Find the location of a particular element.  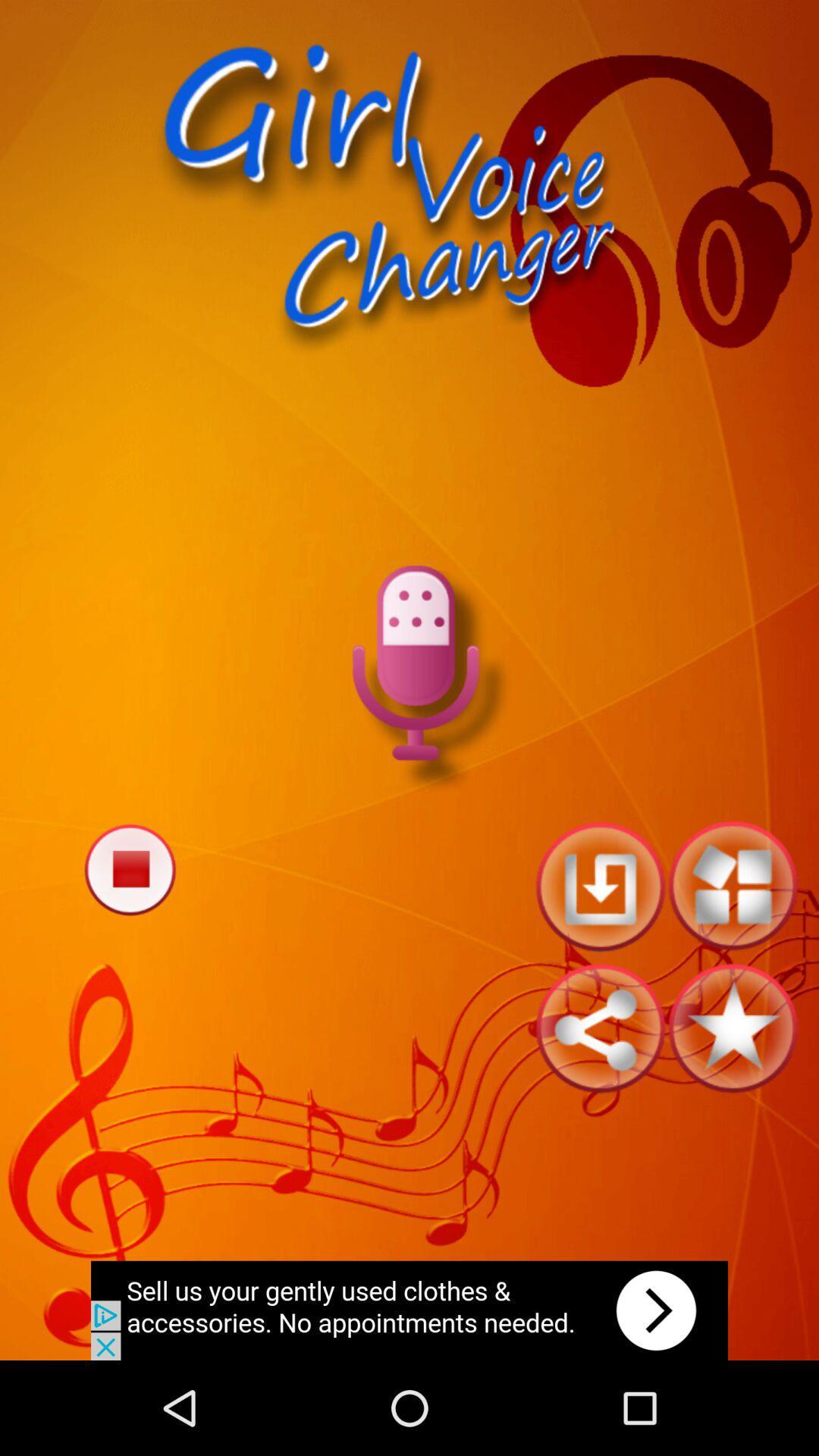

record voice is located at coordinates (409, 679).